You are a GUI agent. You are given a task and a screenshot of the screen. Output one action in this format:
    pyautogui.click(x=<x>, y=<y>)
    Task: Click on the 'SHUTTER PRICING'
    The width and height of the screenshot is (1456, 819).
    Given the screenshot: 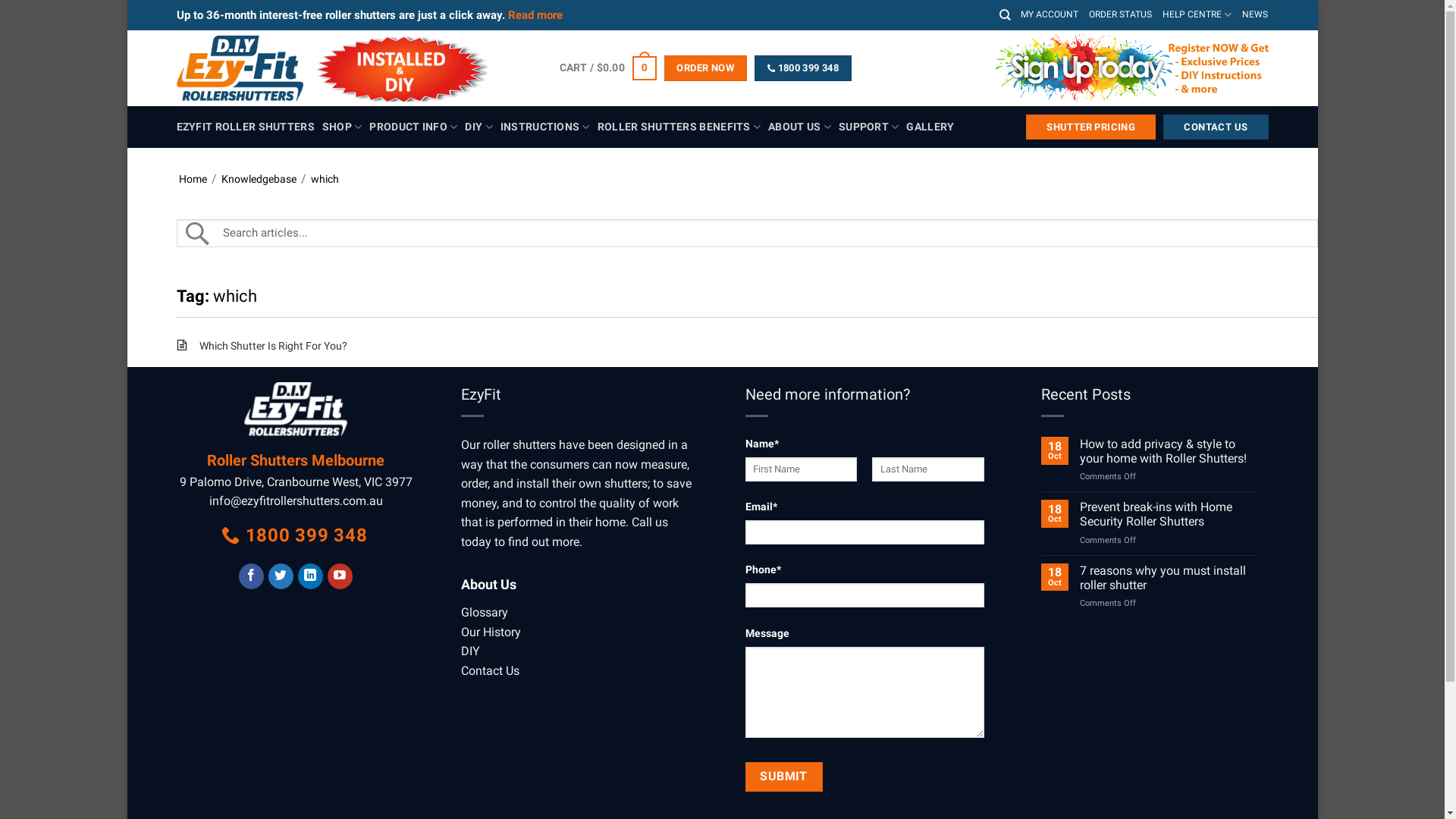 What is the action you would take?
    pyautogui.click(x=1090, y=127)
    